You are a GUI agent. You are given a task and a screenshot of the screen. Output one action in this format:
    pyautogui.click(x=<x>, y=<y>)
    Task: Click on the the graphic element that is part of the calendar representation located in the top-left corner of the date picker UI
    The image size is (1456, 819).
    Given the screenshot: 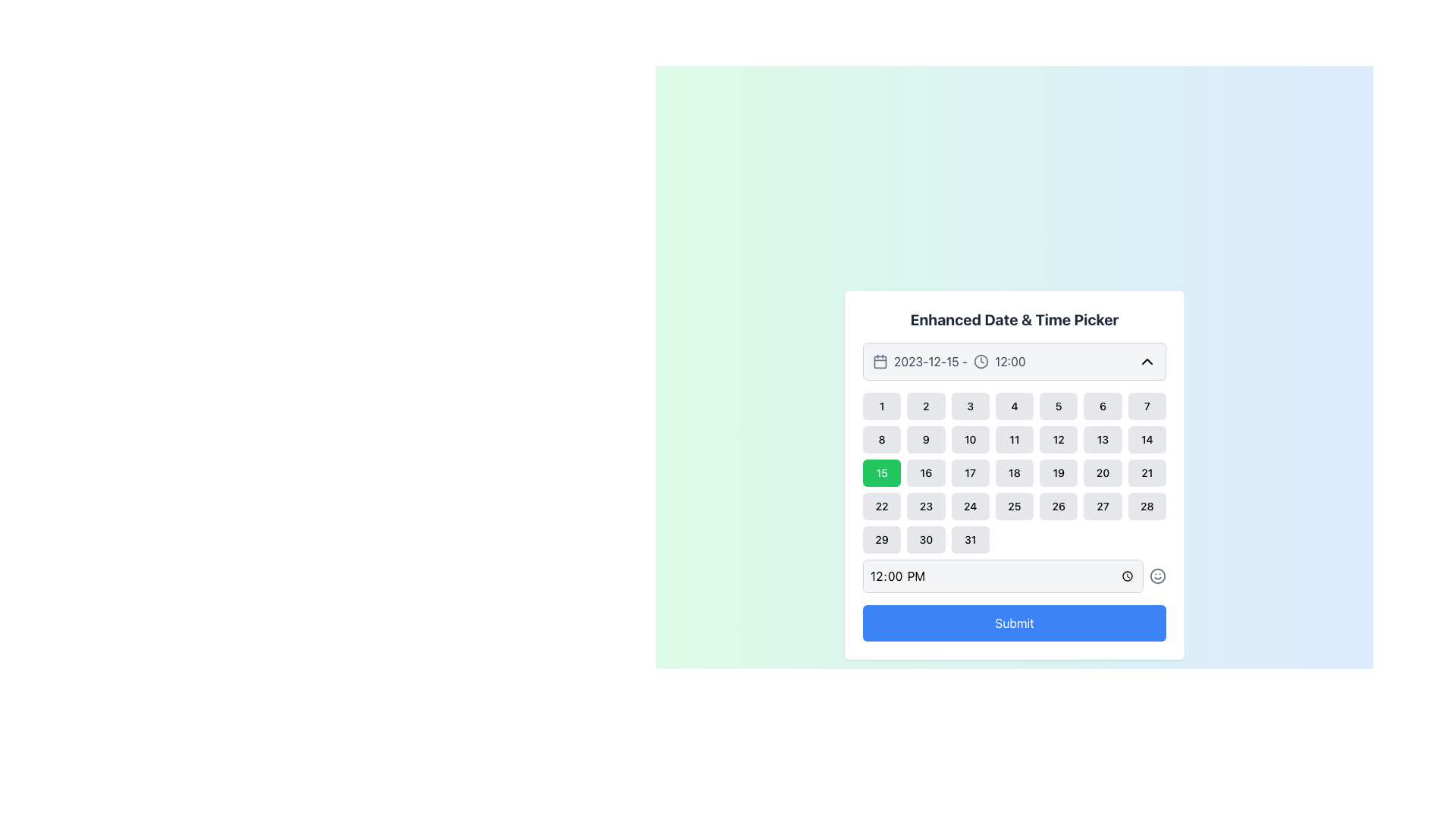 What is the action you would take?
    pyautogui.click(x=880, y=362)
    